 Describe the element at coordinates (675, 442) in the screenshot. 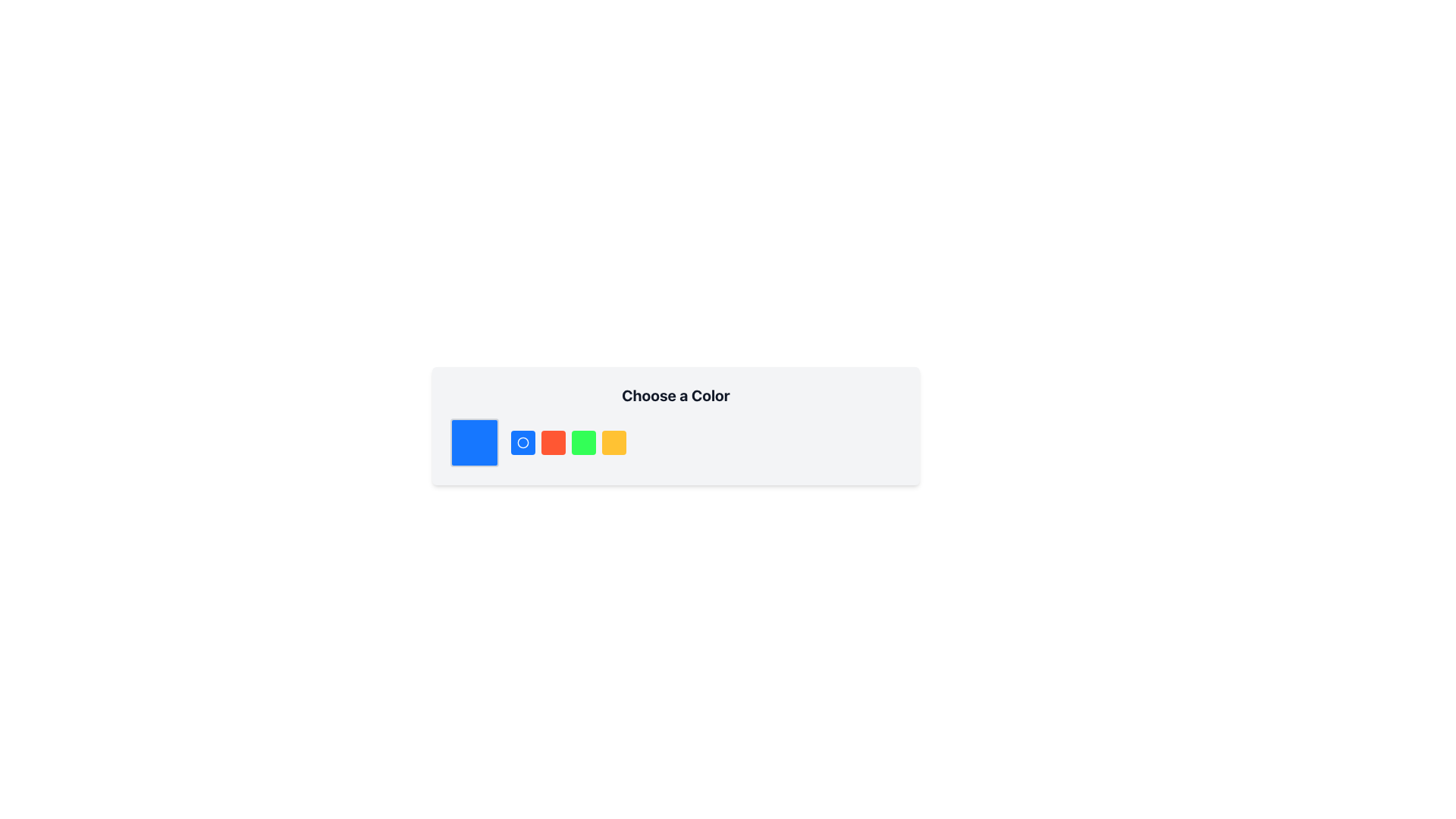

I see `the Color Selection Group containing circular color swatches for blue, red, green, and yellow` at that location.